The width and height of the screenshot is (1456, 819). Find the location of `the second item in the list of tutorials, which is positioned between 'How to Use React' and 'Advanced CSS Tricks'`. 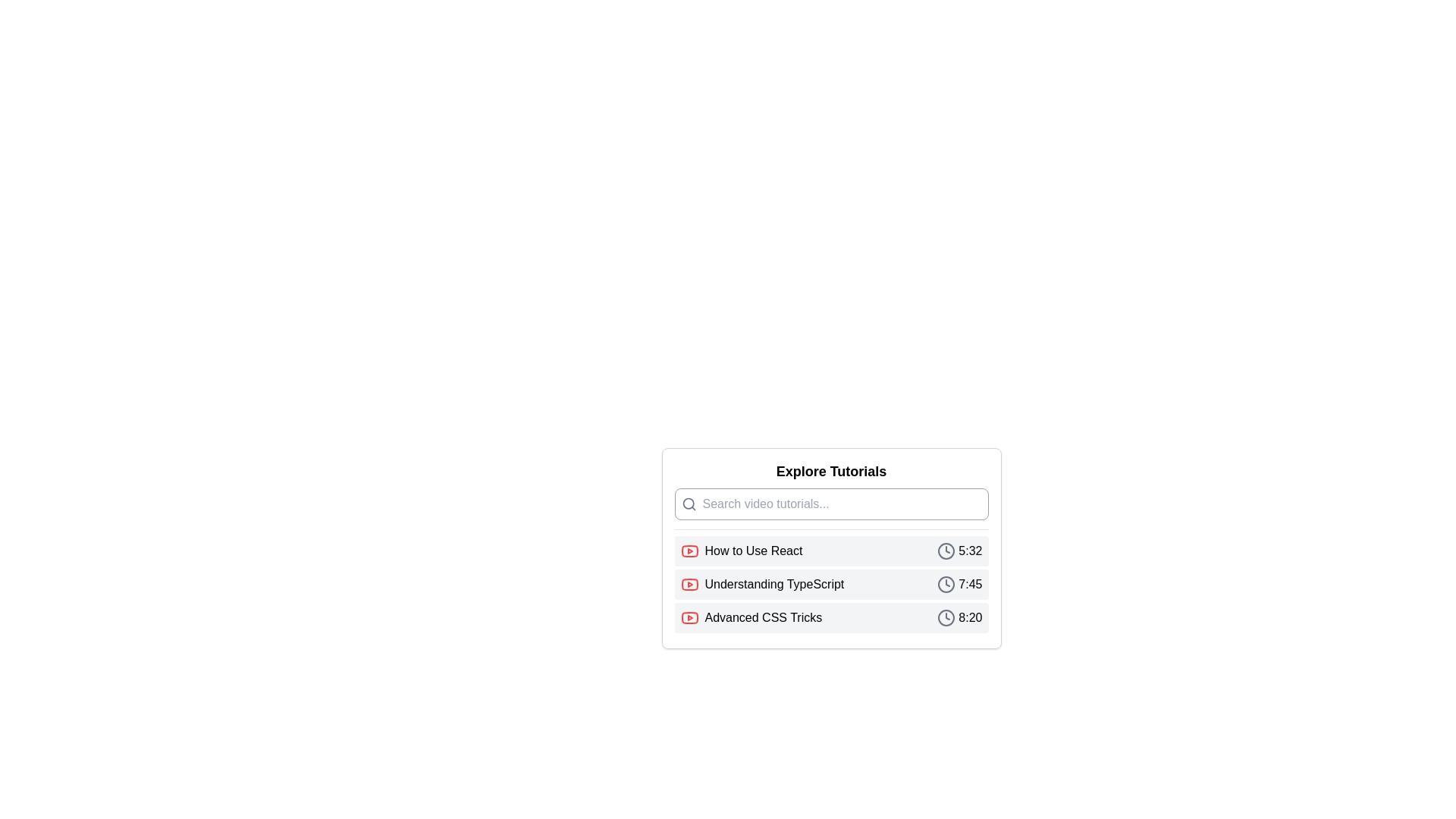

the second item in the list of tutorials, which is positioned between 'How to Use React' and 'Advanced CSS Tricks' is located at coordinates (830, 584).